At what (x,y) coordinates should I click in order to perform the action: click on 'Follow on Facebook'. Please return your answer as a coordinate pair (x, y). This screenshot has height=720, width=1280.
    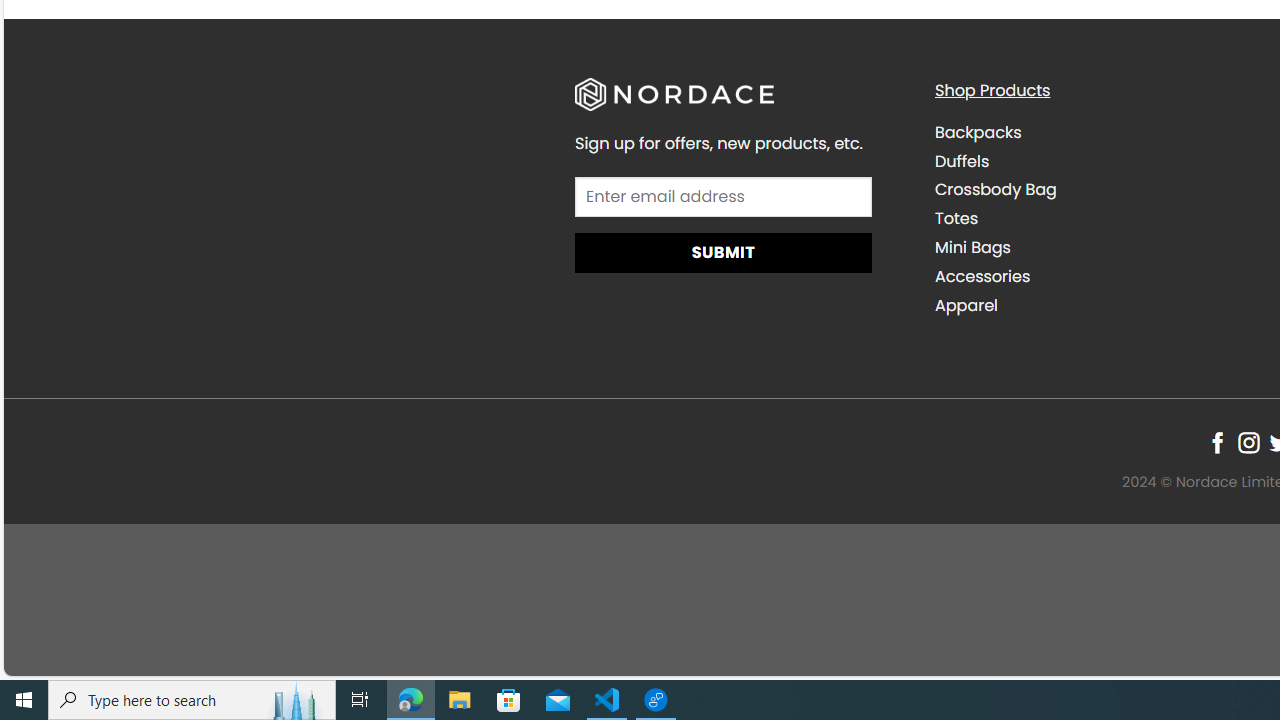
    Looking at the image, I should click on (1216, 441).